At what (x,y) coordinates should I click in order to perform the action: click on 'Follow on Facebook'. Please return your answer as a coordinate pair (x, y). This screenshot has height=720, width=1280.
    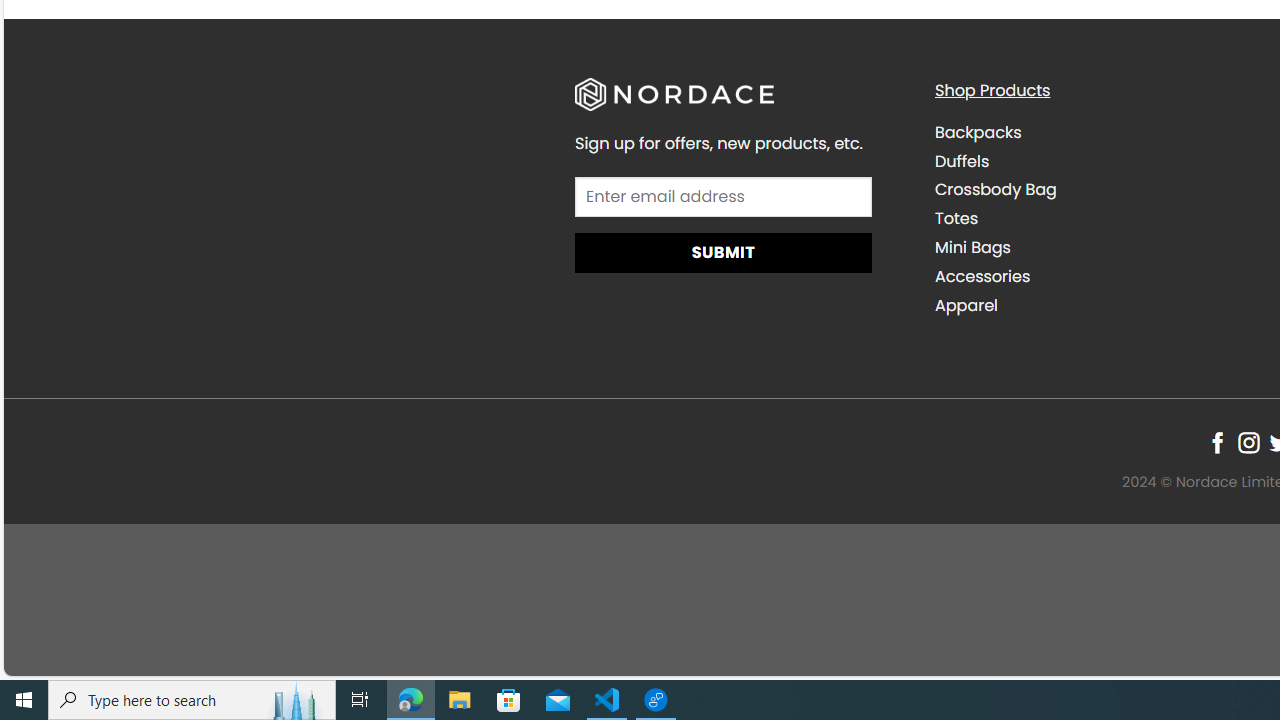
    Looking at the image, I should click on (1216, 441).